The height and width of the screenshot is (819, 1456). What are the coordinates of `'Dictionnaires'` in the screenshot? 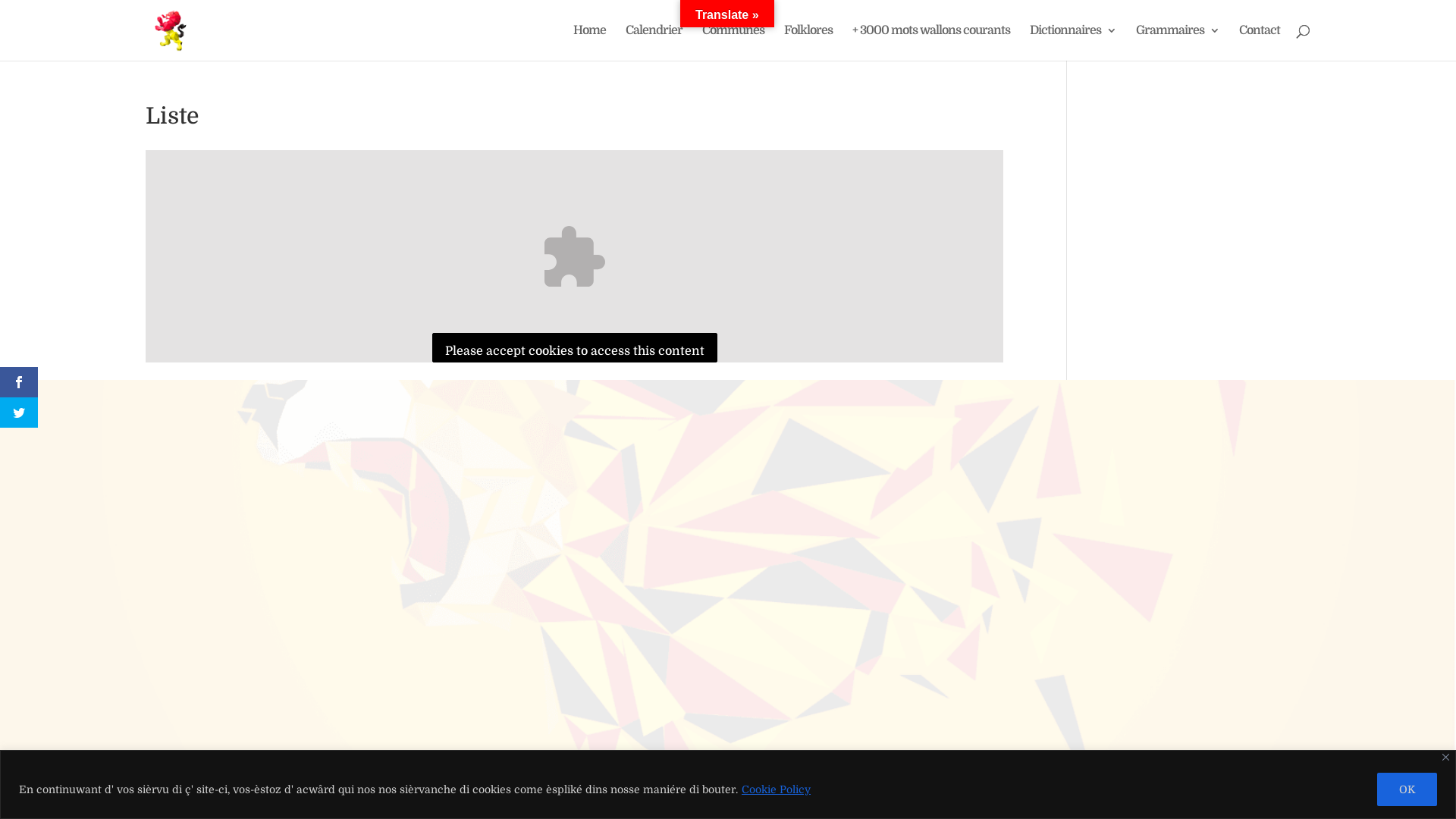 It's located at (1072, 42).